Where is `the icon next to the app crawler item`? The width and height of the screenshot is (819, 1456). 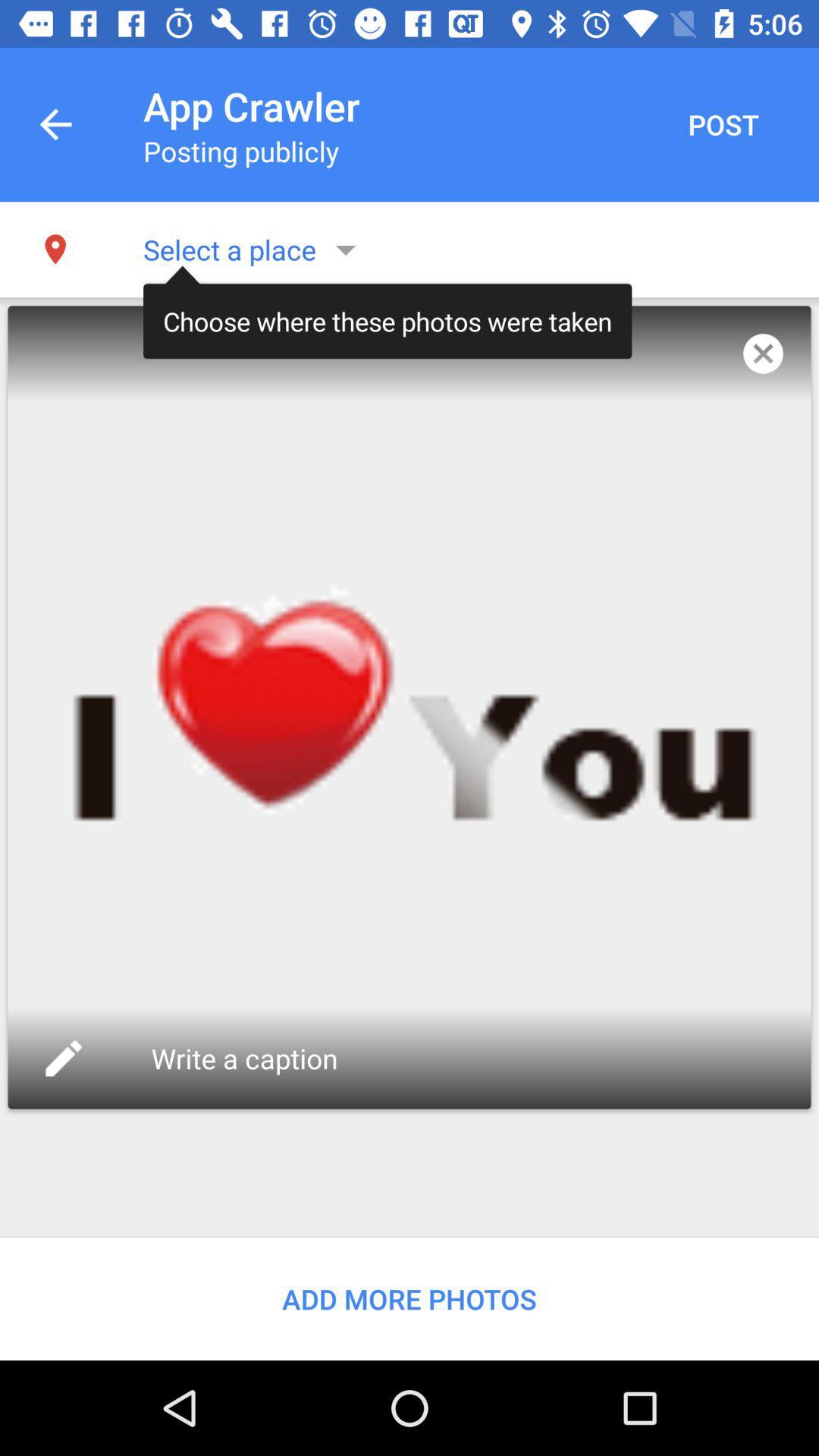 the icon next to the app crawler item is located at coordinates (55, 124).